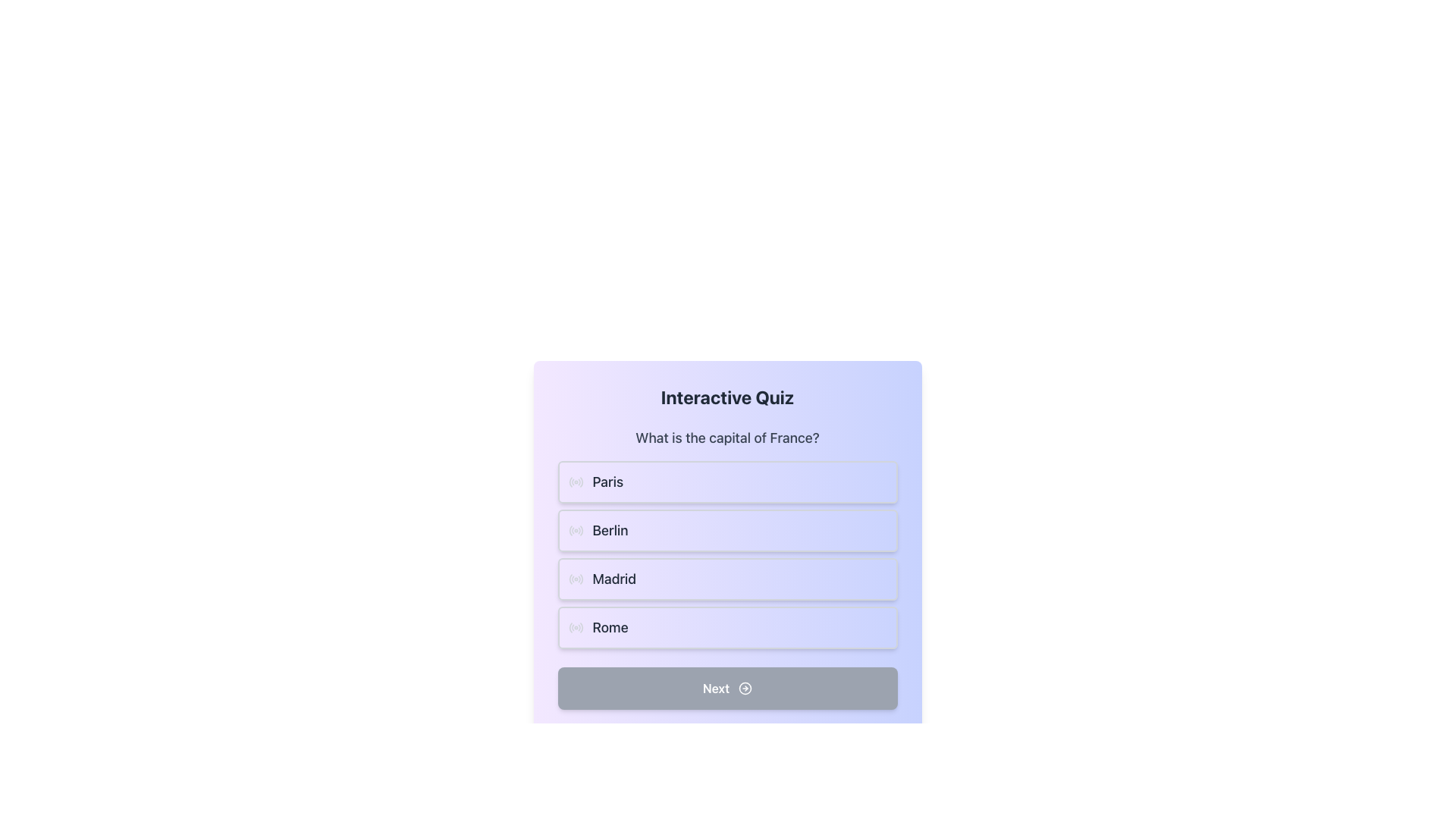 The height and width of the screenshot is (819, 1456). Describe the element at coordinates (726, 688) in the screenshot. I see `the 'Next' button, which is a rectangular indigo button with rounded corners and the text 'Next' in white, to observe its hover effects` at that location.